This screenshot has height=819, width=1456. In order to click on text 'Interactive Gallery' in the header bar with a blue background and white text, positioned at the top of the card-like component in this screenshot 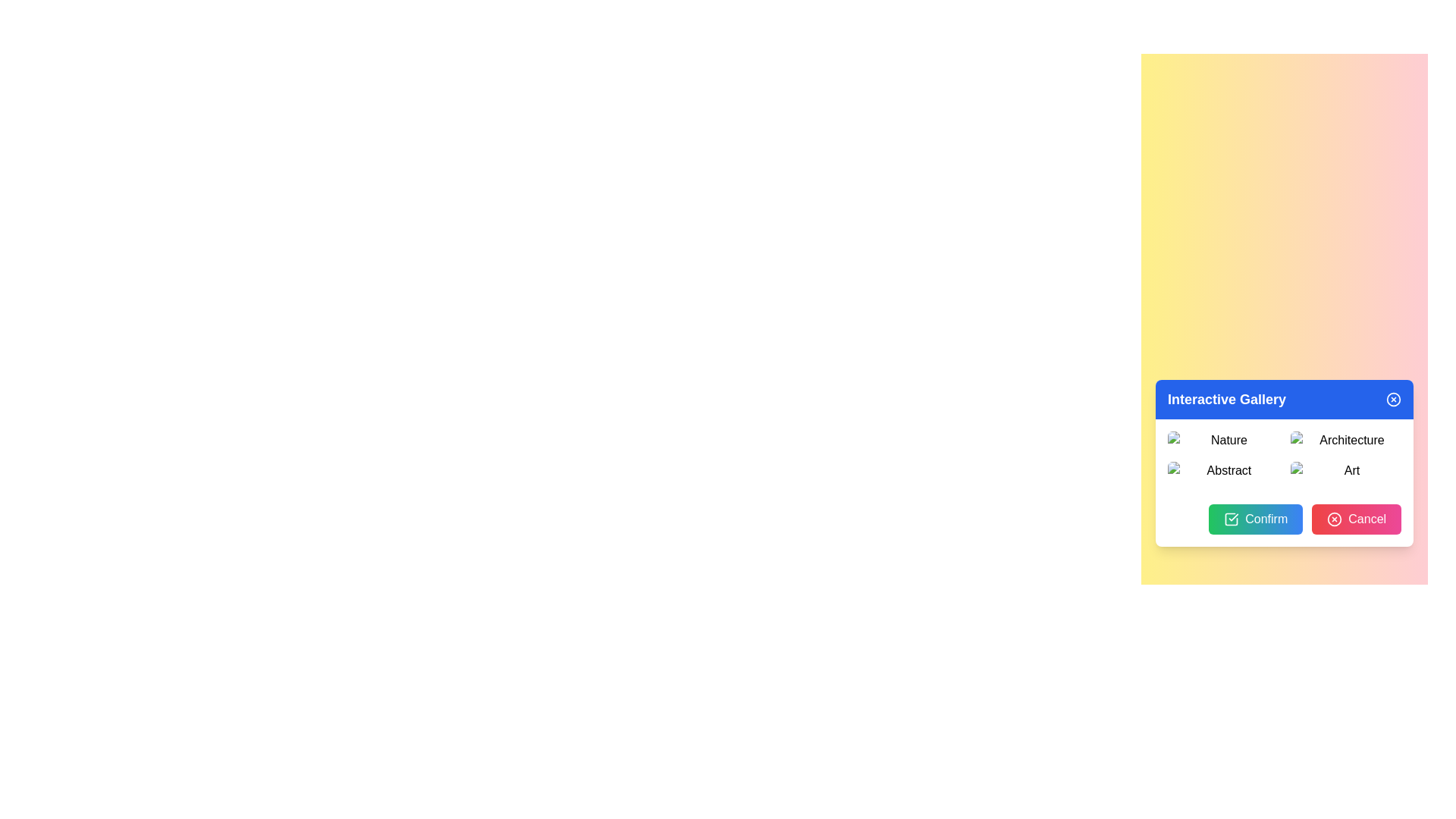, I will do `click(1284, 399)`.